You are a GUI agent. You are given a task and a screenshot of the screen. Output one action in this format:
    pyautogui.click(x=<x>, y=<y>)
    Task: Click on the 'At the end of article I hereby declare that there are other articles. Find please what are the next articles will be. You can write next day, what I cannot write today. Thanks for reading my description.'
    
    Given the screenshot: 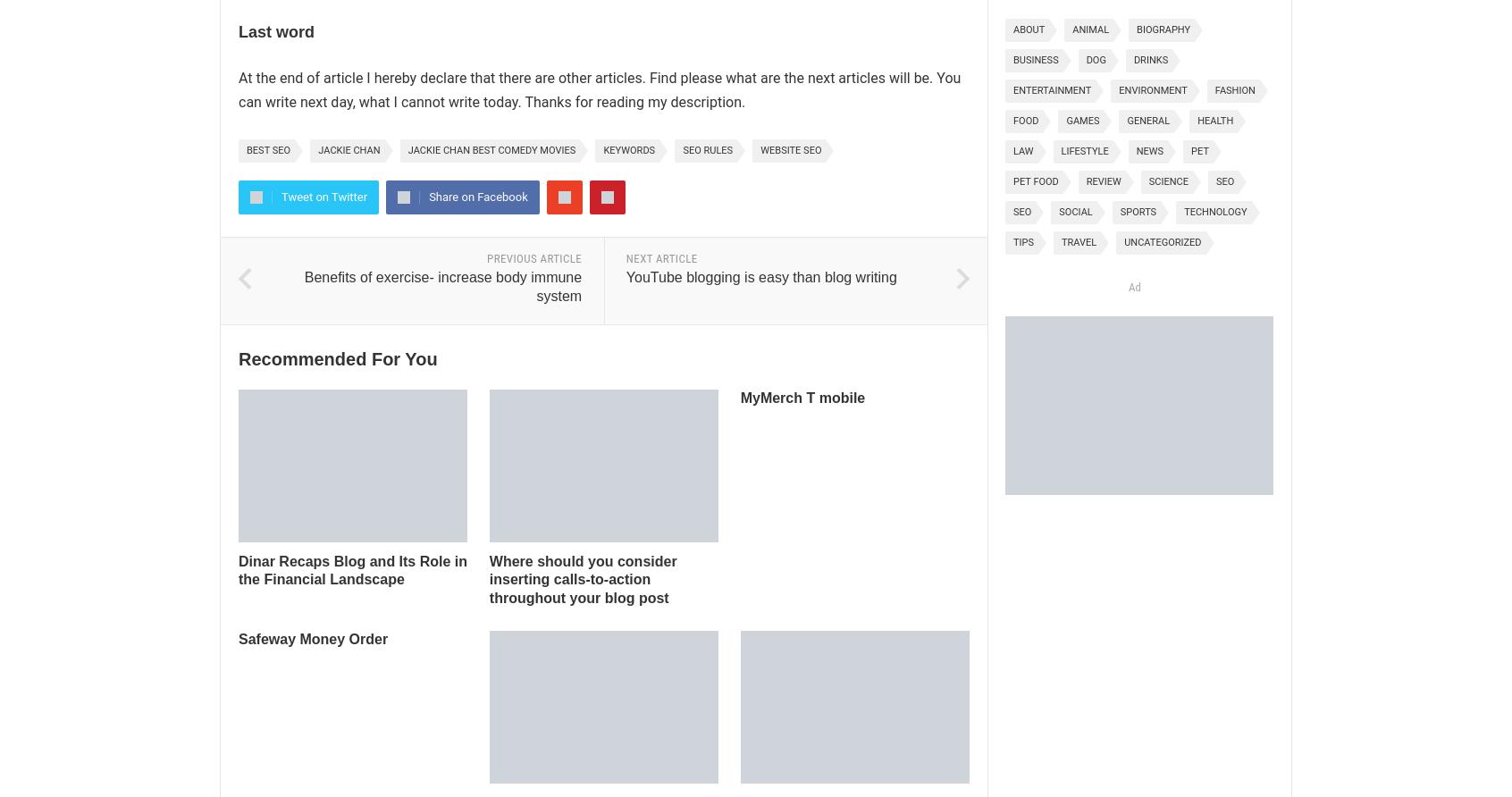 What is the action you would take?
    pyautogui.click(x=600, y=88)
    